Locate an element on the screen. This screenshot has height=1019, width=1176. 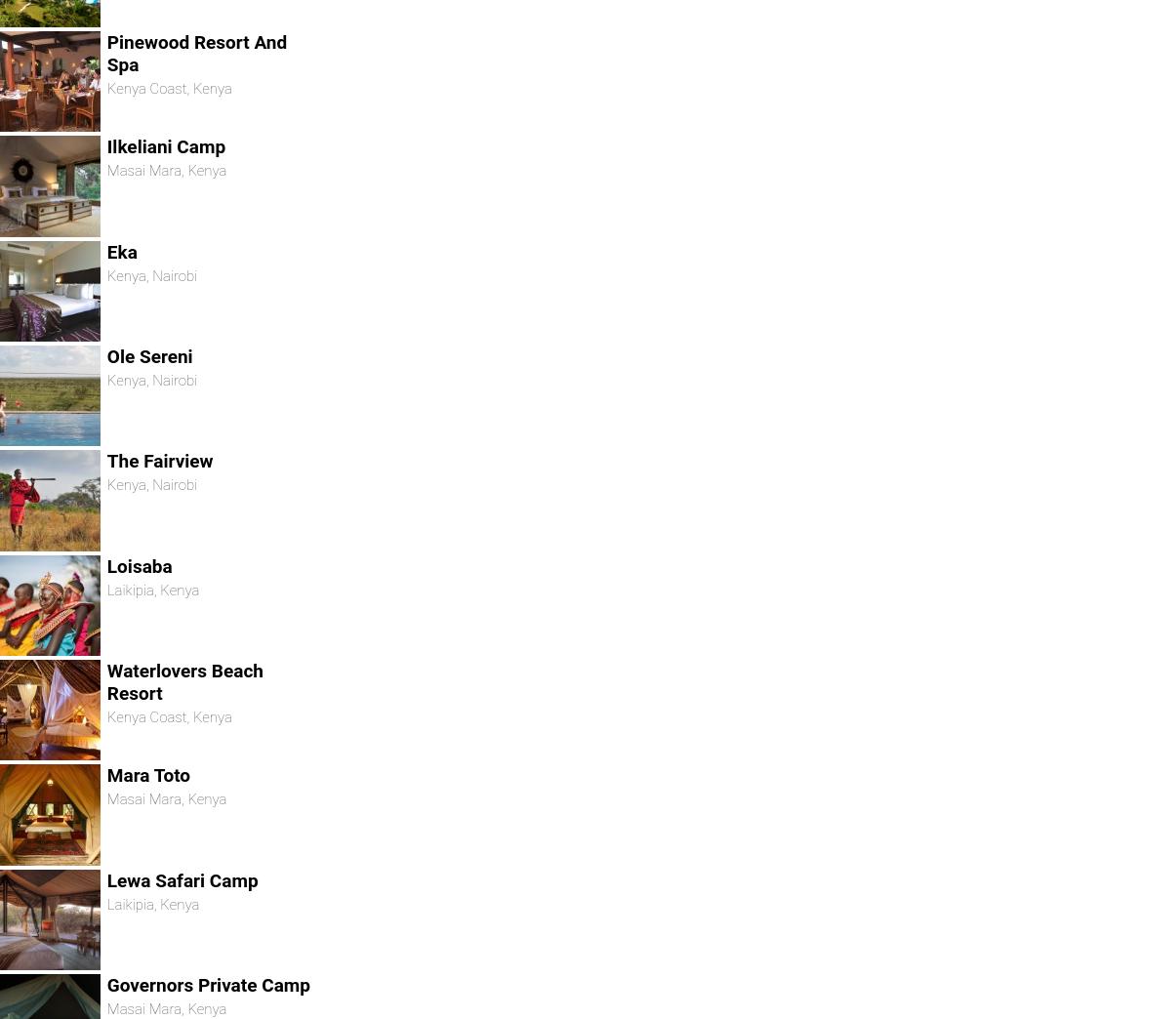
'The Fairview' is located at coordinates (158, 461).